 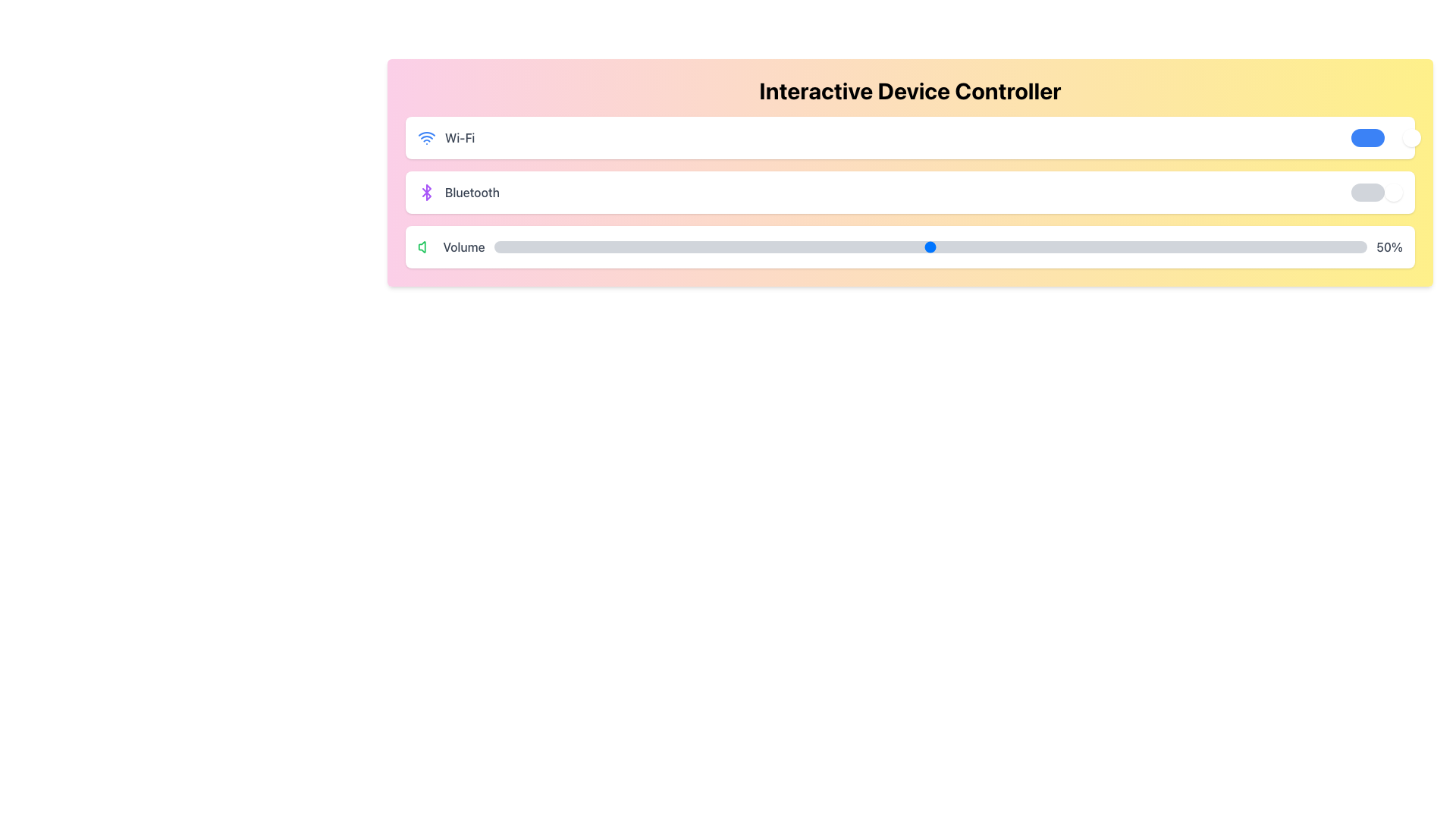 I want to click on volume, so click(x=756, y=246).